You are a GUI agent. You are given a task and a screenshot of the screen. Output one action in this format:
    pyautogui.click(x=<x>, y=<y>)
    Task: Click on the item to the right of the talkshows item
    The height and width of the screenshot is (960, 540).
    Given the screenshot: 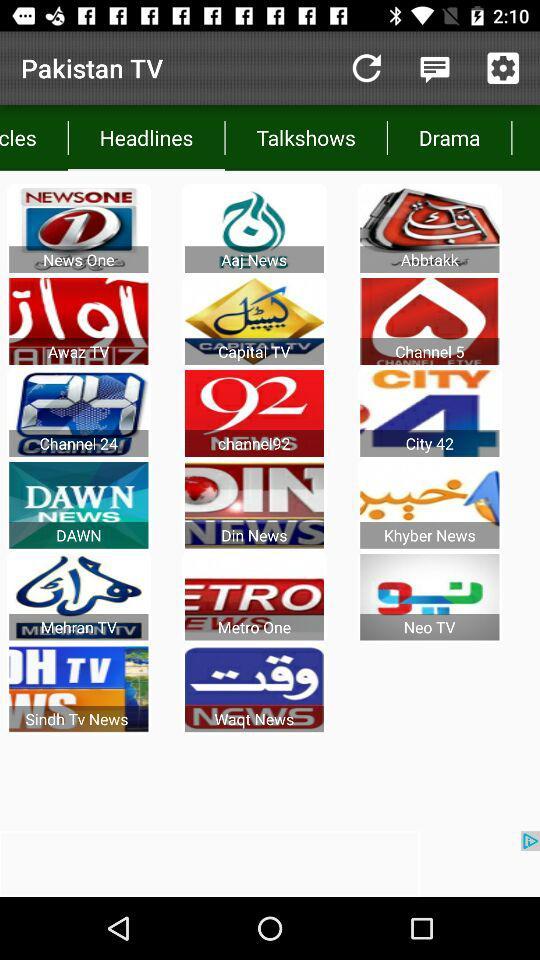 What is the action you would take?
    pyautogui.click(x=449, y=136)
    